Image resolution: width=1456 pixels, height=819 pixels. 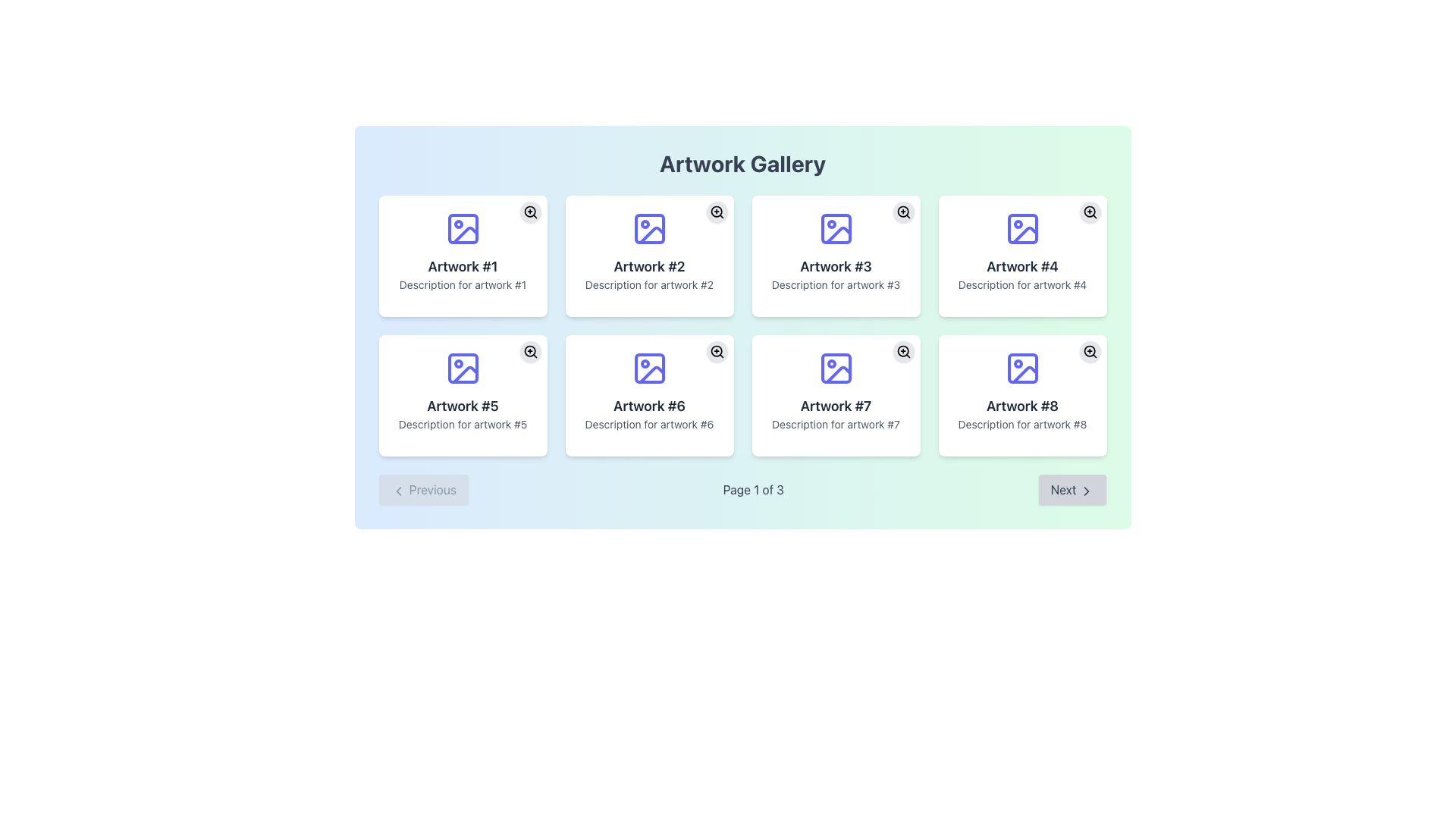 What do you see at coordinates (742, 164) in the screenshot?
I see `the static heading component displaying 'Artwork Gallery', which is a bold, large text centered at the top of the gallery interface` at bounding box center [742, 164].